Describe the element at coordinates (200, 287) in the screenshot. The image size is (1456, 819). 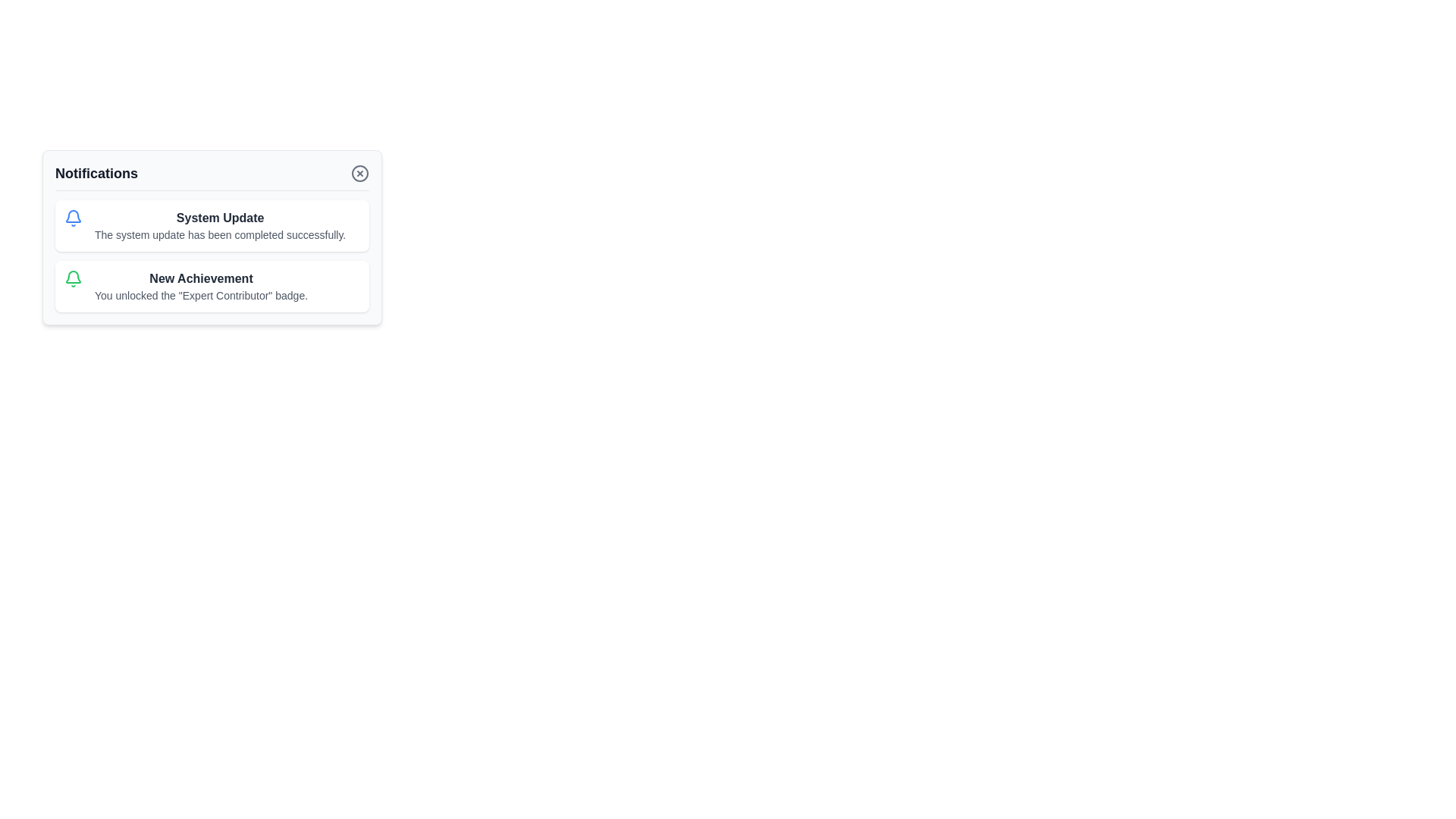
I see `the static text display that shows user achievement notifications, centrally aligned within the notification panel` at that location.